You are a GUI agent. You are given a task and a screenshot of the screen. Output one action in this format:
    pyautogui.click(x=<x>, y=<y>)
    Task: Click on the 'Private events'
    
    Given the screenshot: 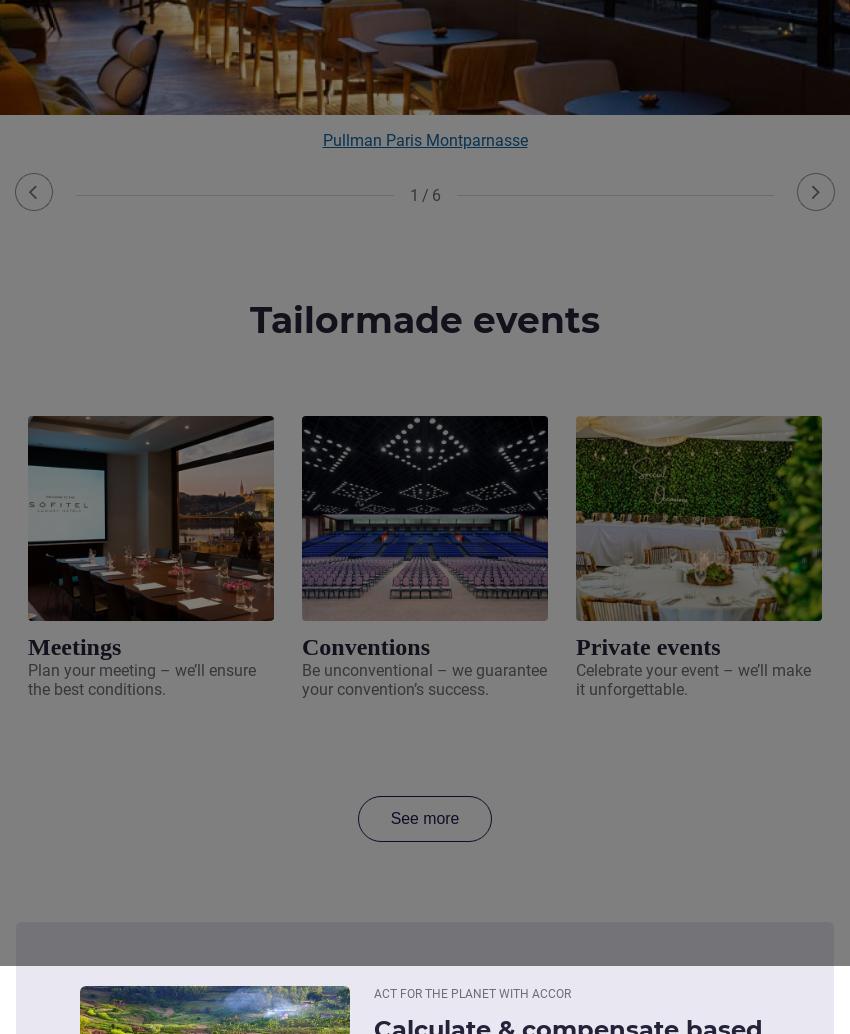 What is the action you would take?
    pyautogui.click(x=575, y=646)
    